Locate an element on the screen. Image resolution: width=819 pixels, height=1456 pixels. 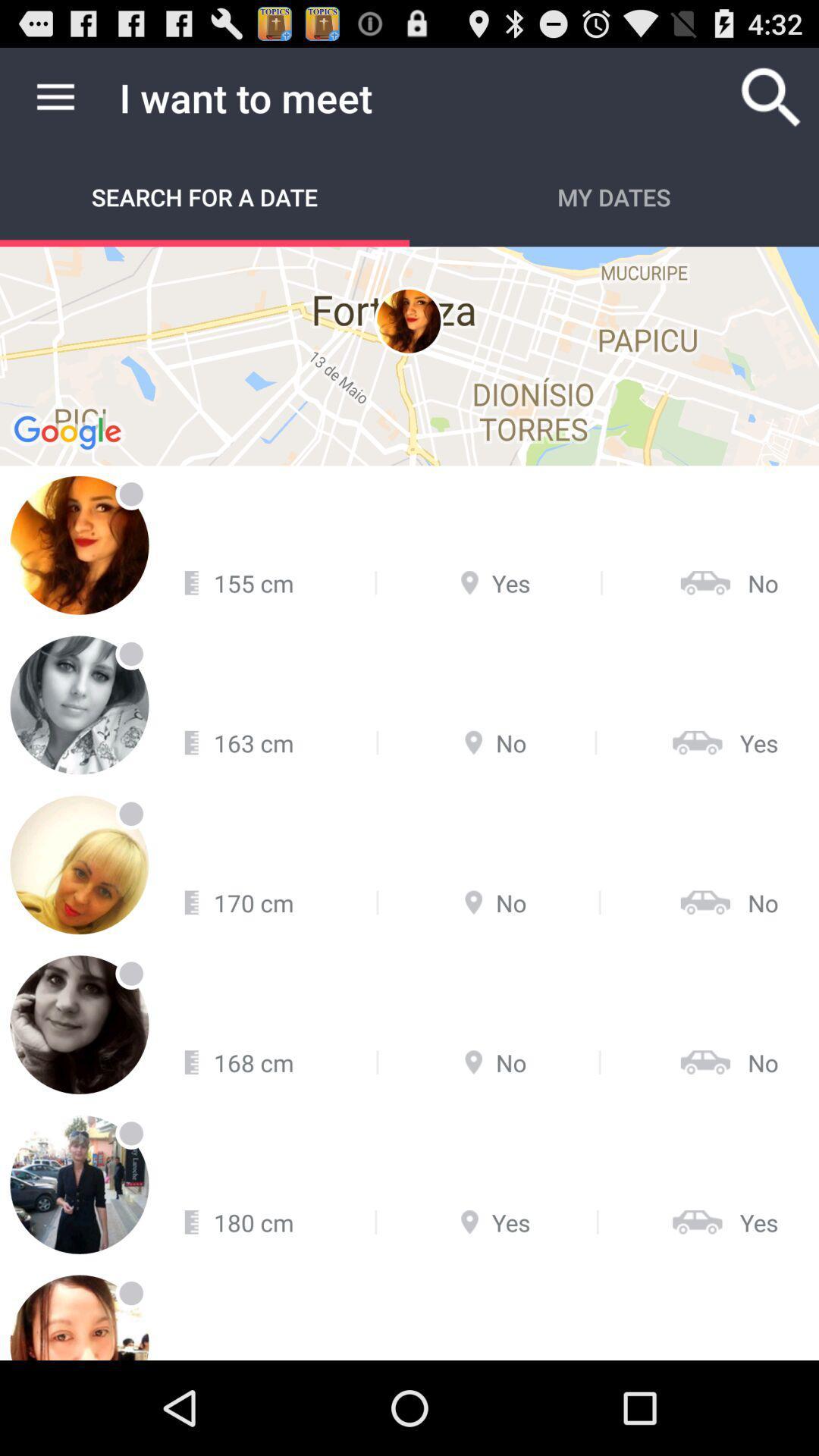
the icon to the left of the i want to icon is located at coordinates (55, 96).